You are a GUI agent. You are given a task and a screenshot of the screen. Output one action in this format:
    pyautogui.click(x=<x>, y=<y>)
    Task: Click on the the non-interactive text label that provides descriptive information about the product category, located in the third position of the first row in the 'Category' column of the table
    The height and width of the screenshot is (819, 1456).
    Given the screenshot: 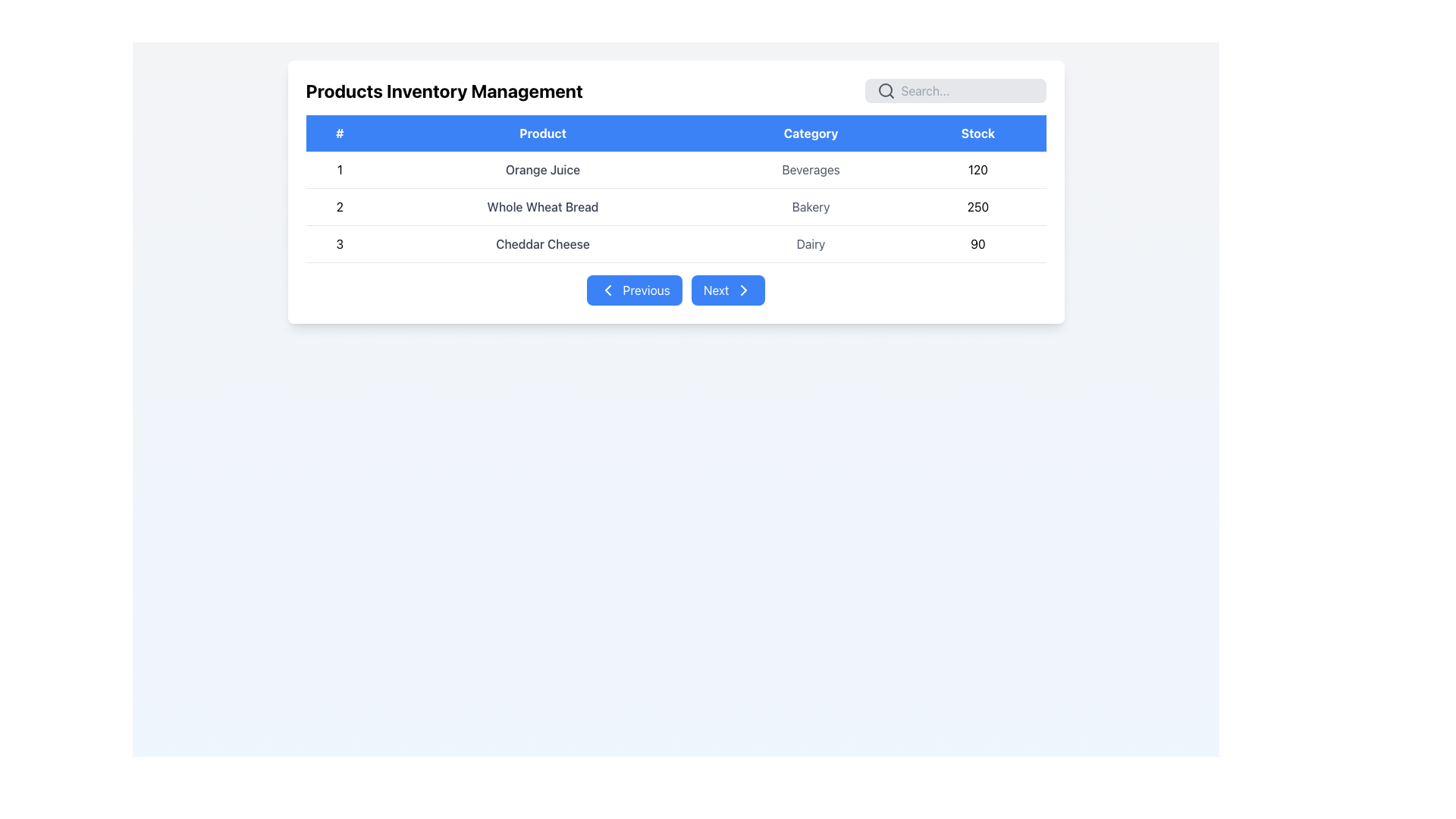 What is the action you would take?
    pyautogui.click(x=810, y=170)
    